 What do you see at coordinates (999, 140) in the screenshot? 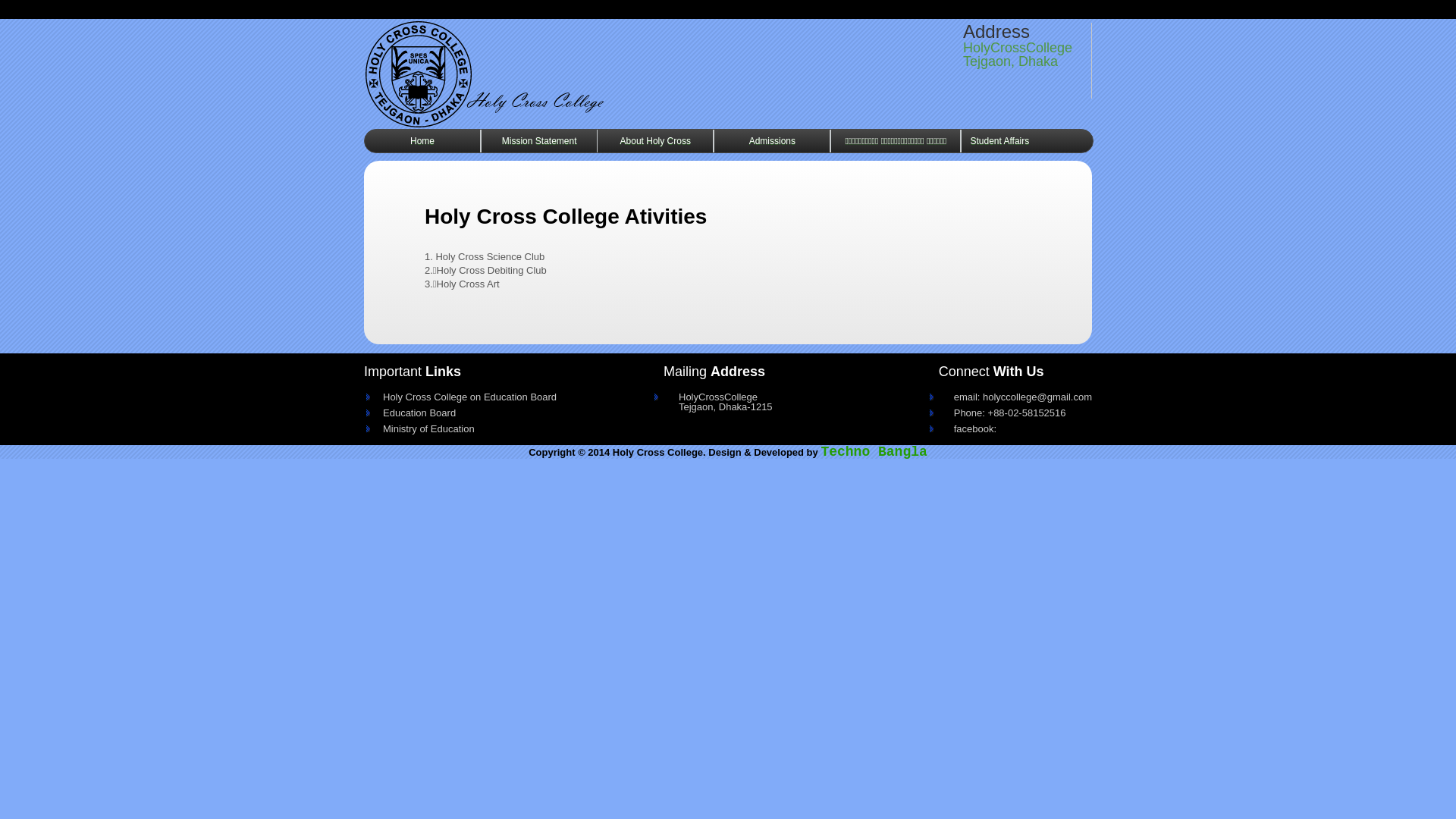
I see `'Student Affairs'` at bounding box center [999, 140].